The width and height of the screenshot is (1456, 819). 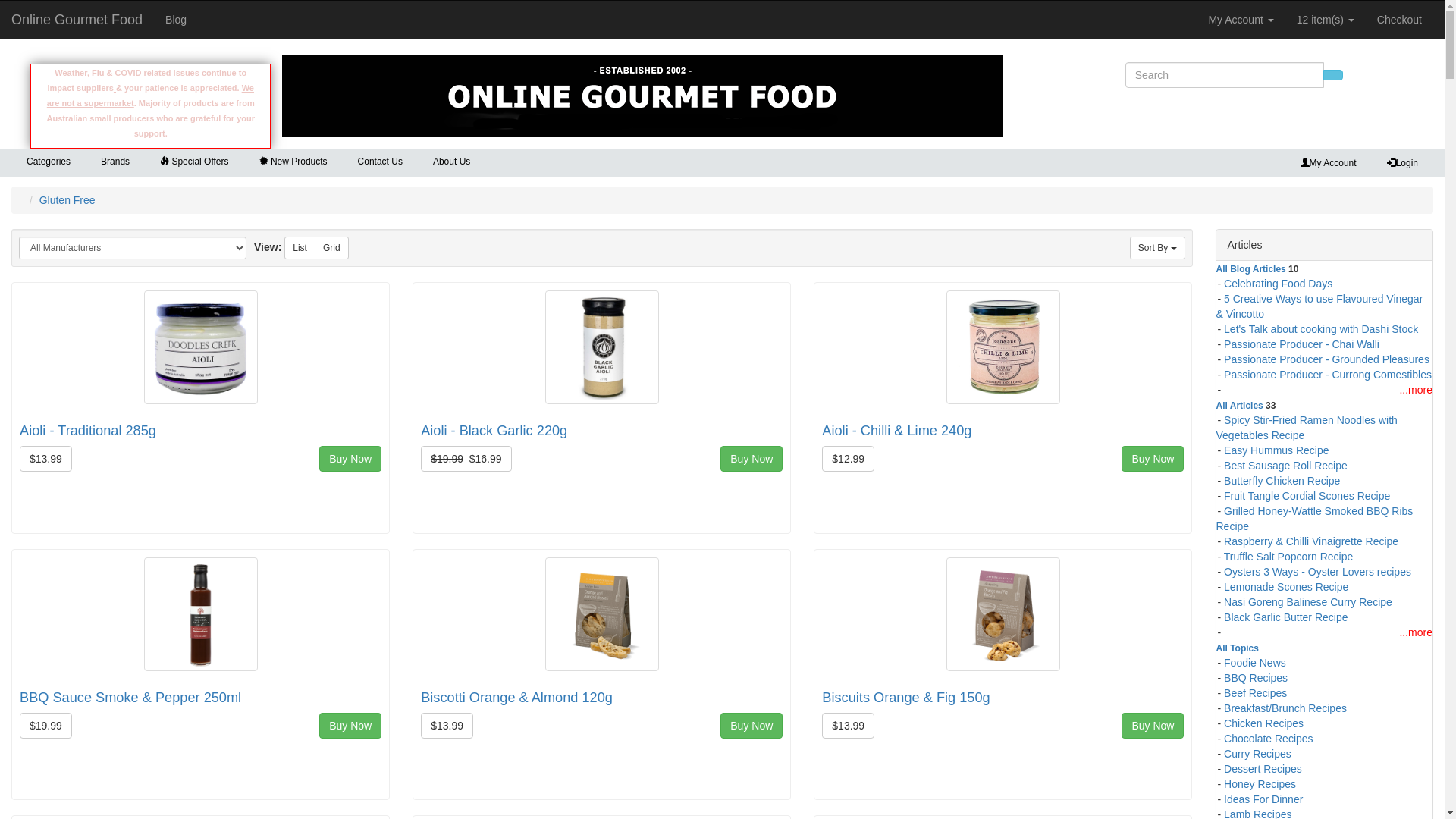 What do you see at coordinates (1216, 646) in the screenshot?
I see `'All Topics'` at bounding box center [1216, 646].